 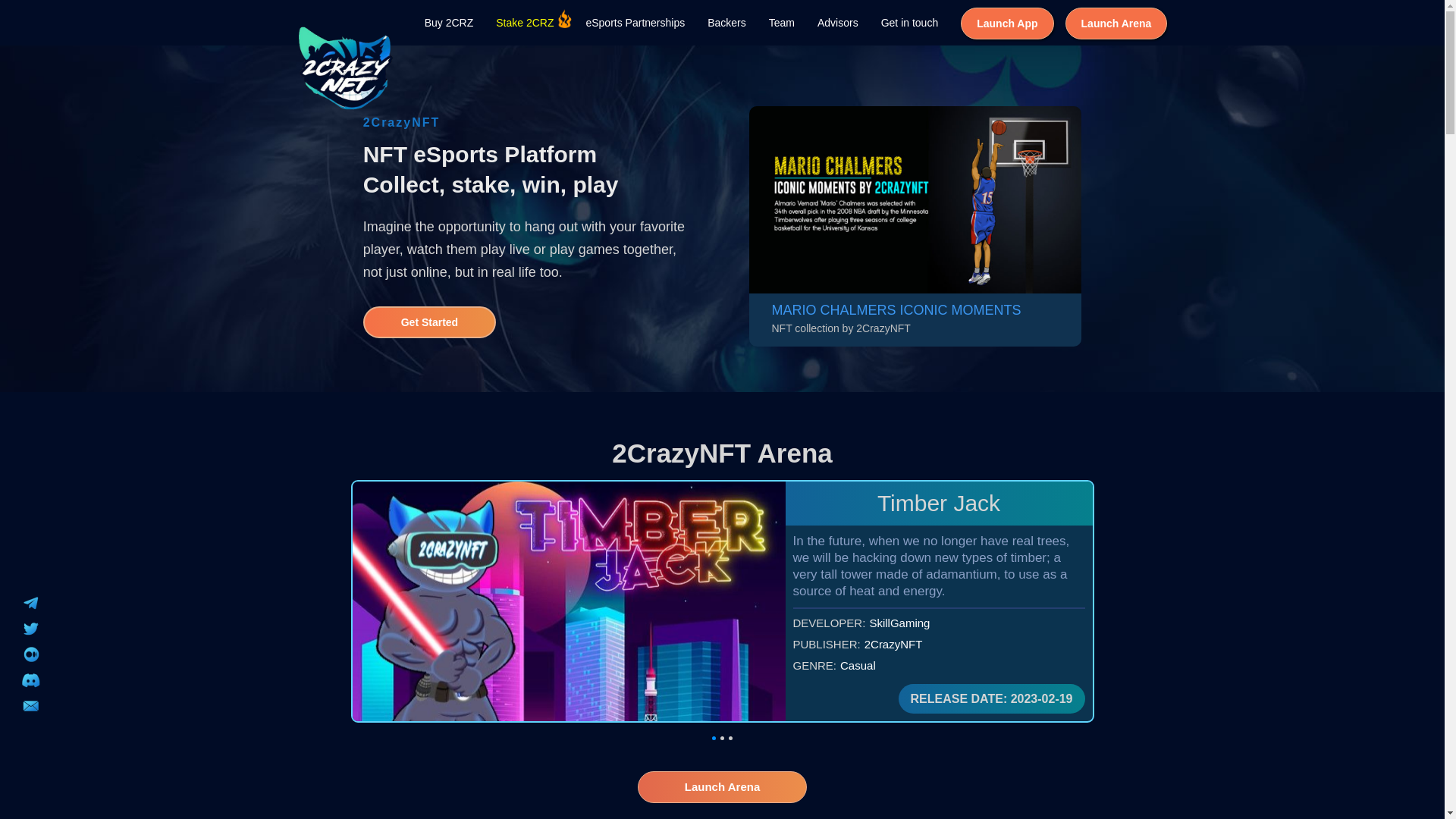 What do you see at coordinates (910, 23) in the screenshot?
I see `'Get in touch'` at bounding box center [910, 23].